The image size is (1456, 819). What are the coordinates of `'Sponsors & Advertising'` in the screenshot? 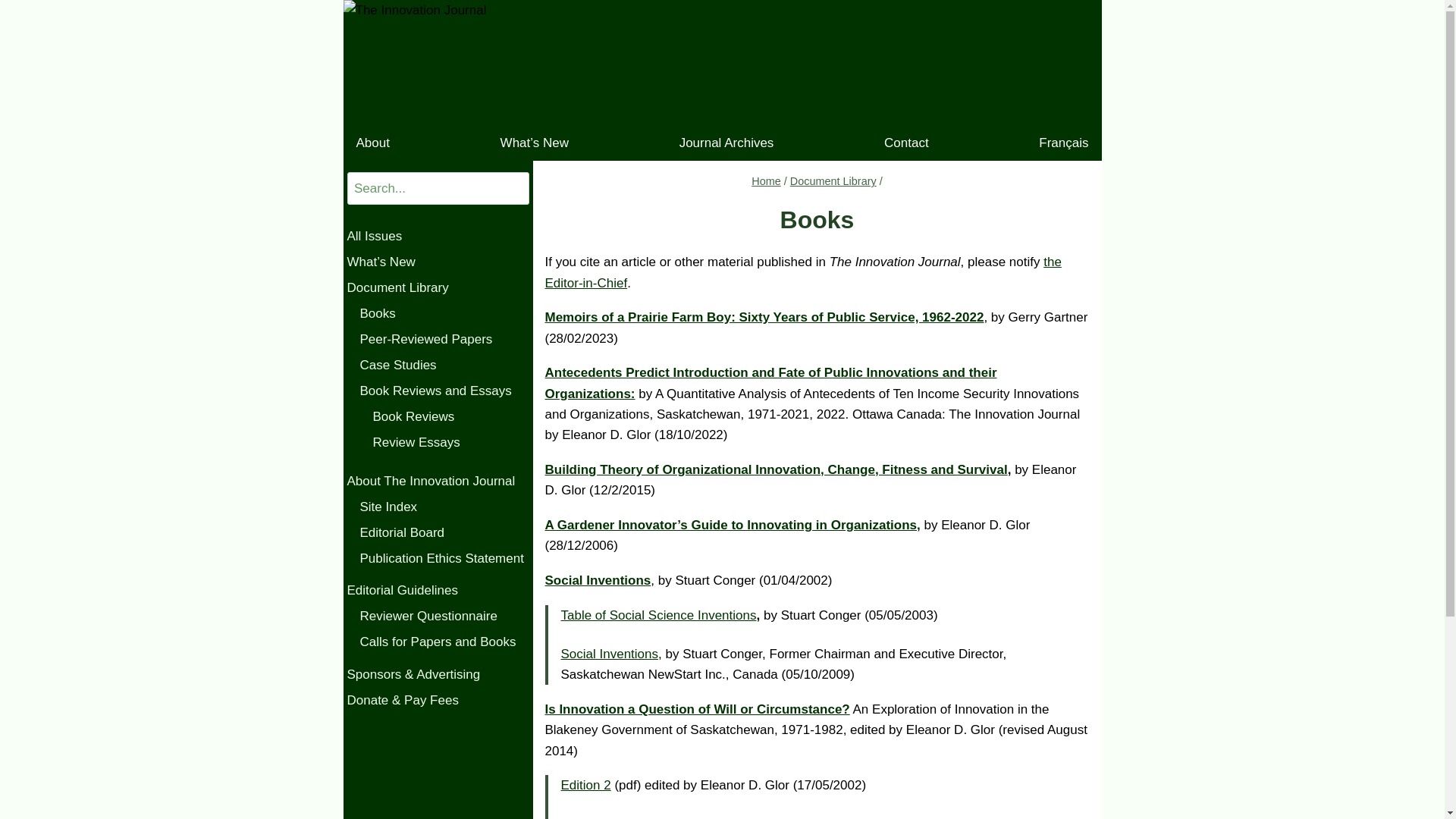 It's located at (346, 674).